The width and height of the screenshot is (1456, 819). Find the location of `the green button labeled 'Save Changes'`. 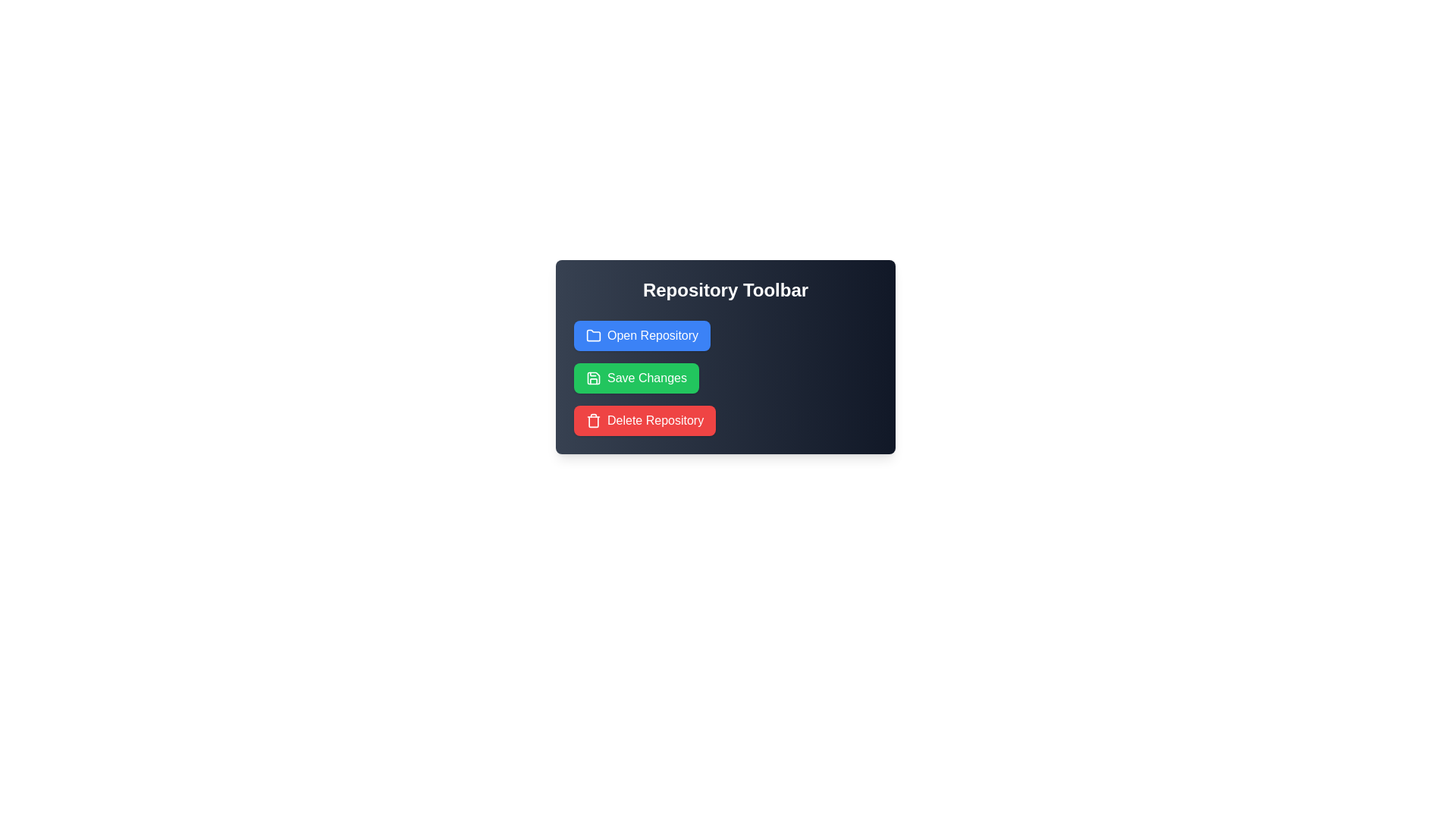

the green button labeled 'Save Changes' is located at coordinates (636, 377).